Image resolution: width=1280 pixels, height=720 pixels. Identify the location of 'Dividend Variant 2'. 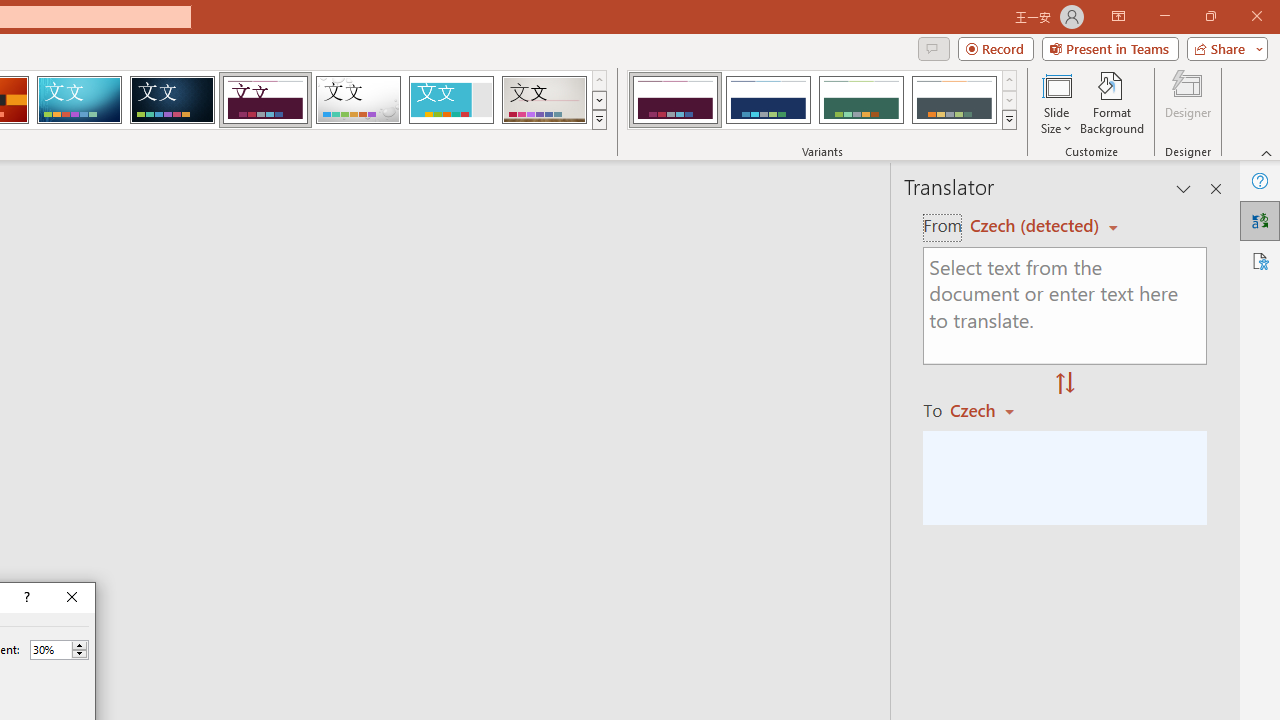
(767, 100).